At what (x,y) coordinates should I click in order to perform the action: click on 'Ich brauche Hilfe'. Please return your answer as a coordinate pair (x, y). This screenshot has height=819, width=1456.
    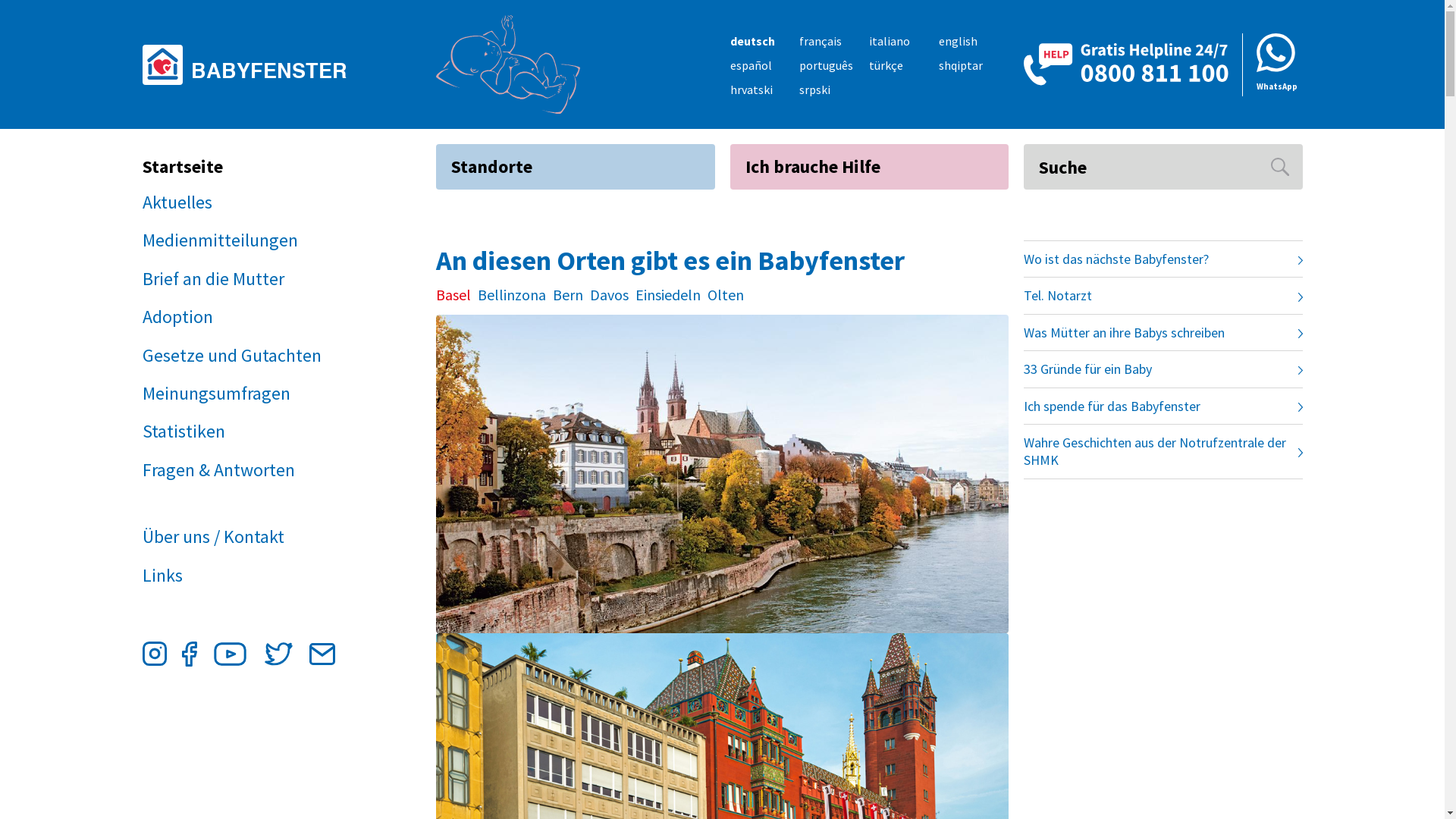
    Looking at the image, I should click on (869, 166).